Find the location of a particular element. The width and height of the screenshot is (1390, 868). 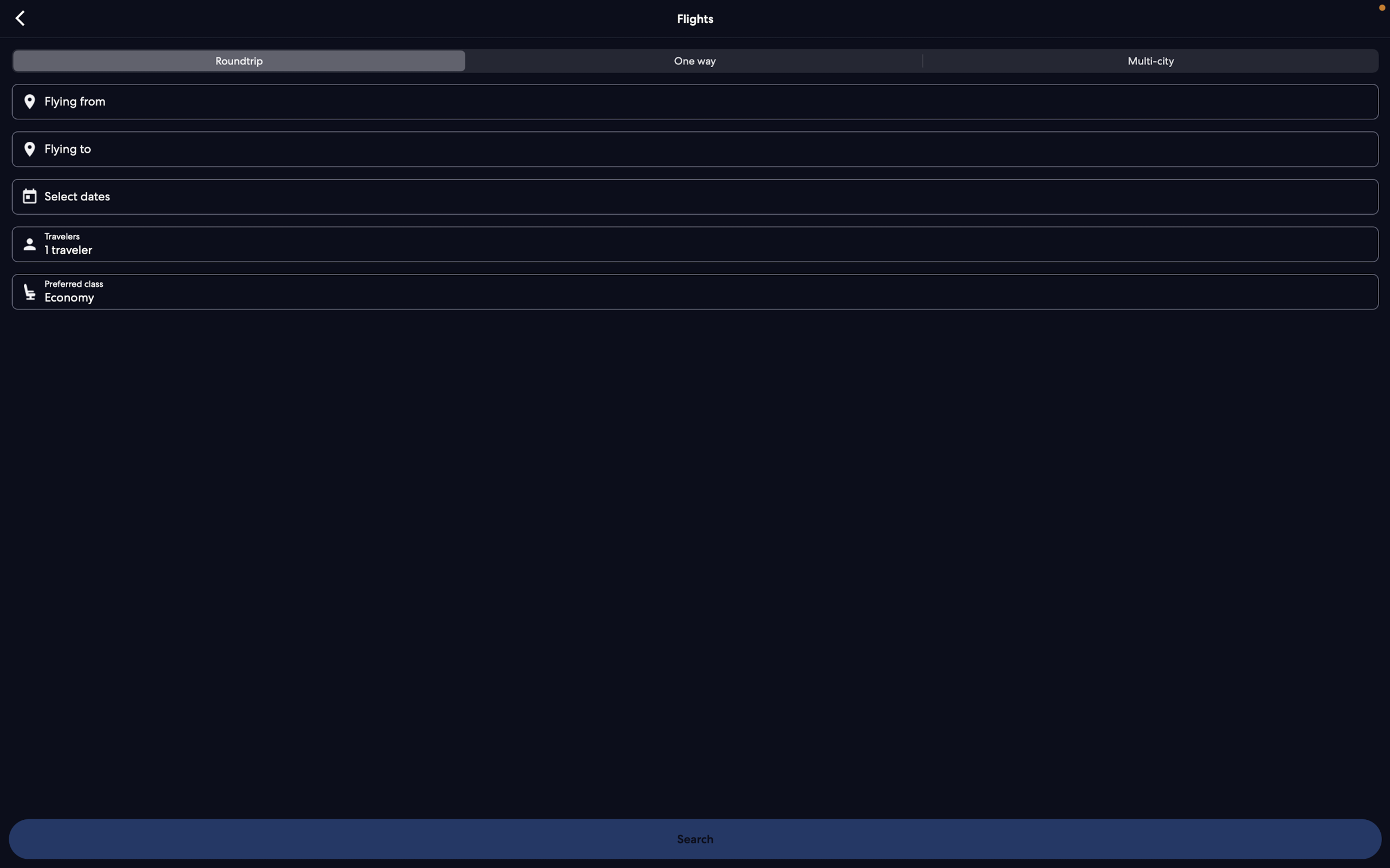

multi-city flights tab is located at coordinates (1147, 63).